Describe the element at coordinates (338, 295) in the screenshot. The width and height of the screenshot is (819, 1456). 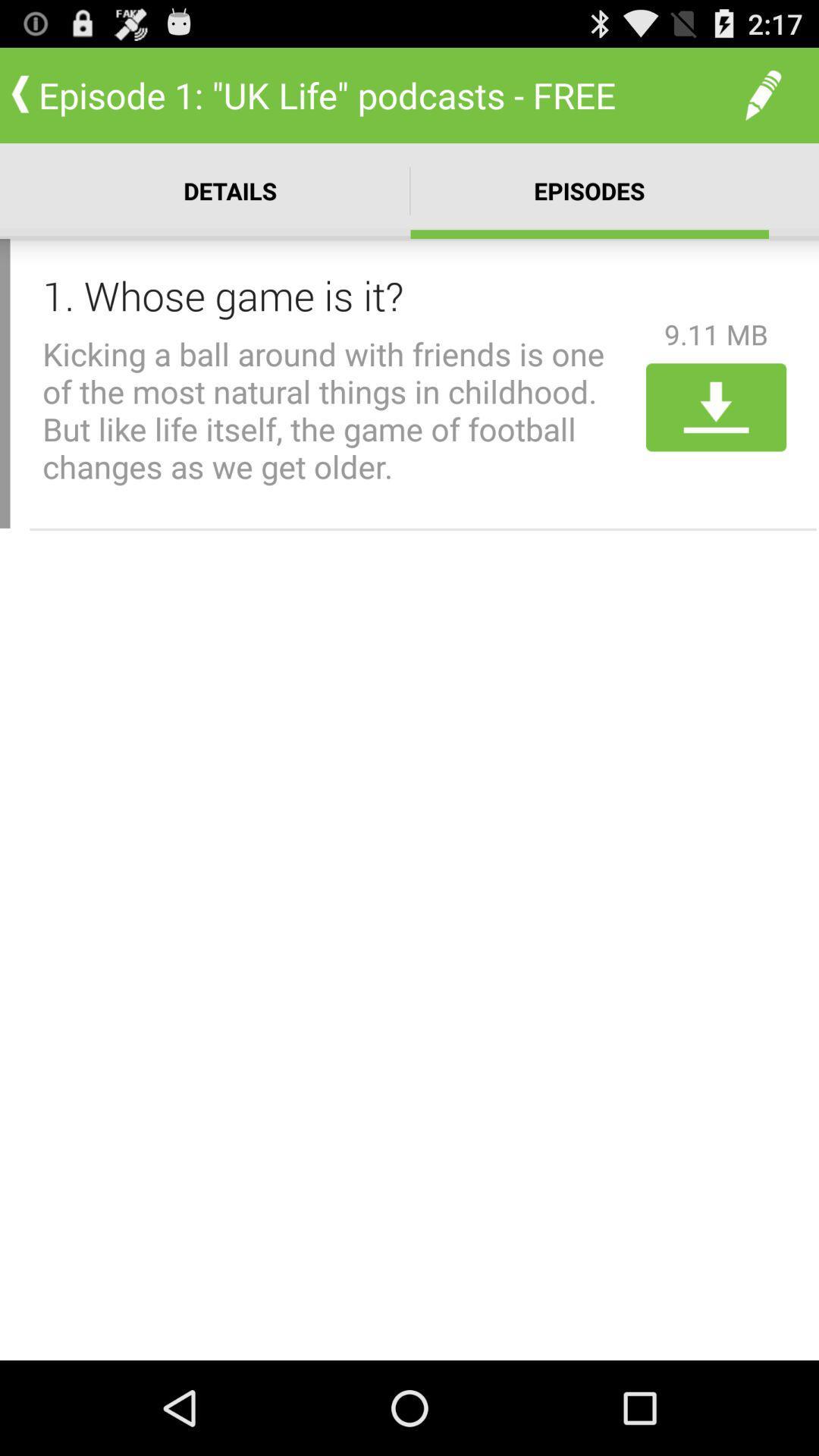
I see `1 whose game icon` at that location.